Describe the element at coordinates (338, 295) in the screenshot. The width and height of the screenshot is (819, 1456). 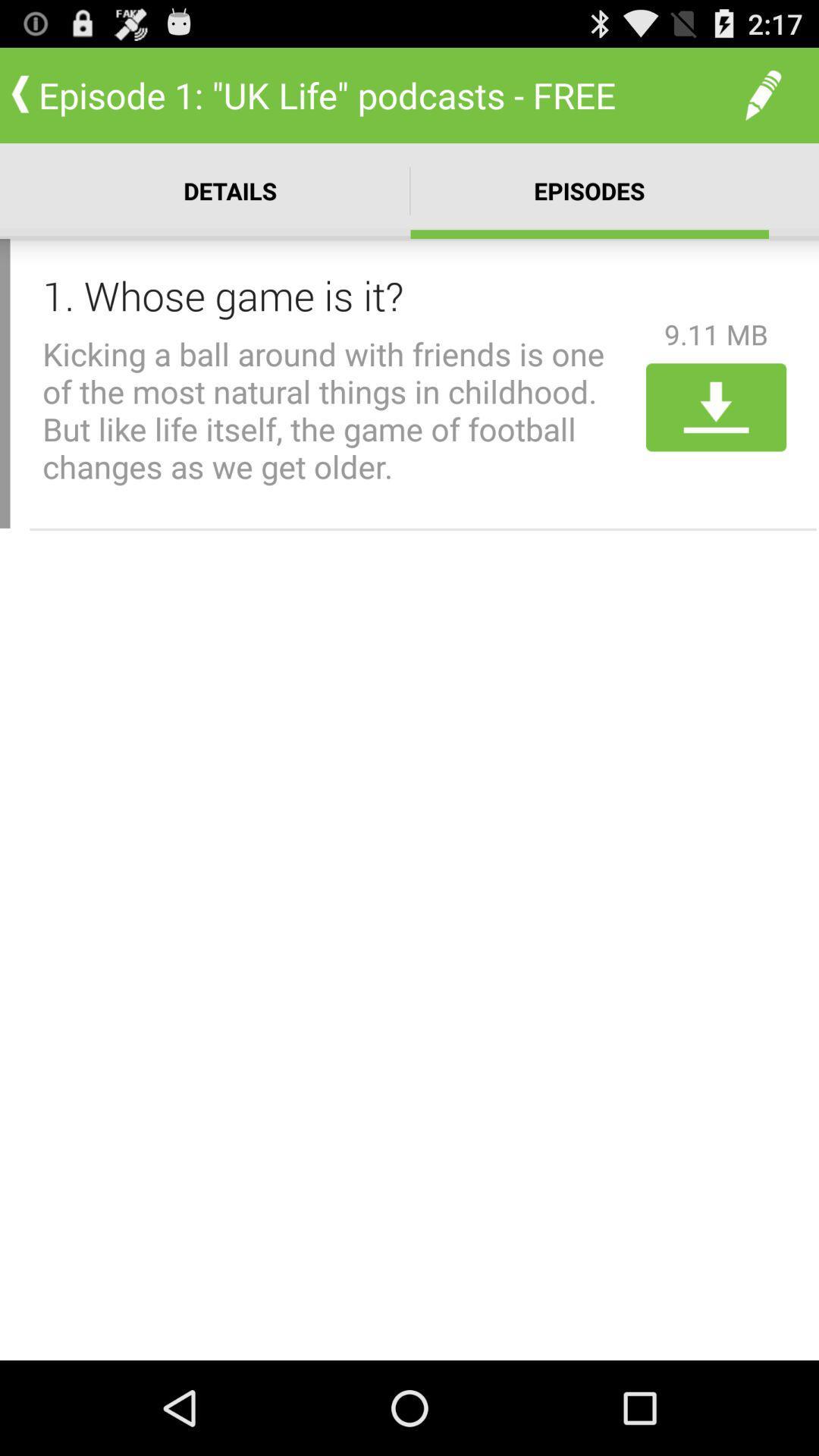
I see `1 whose game icon` at that location.